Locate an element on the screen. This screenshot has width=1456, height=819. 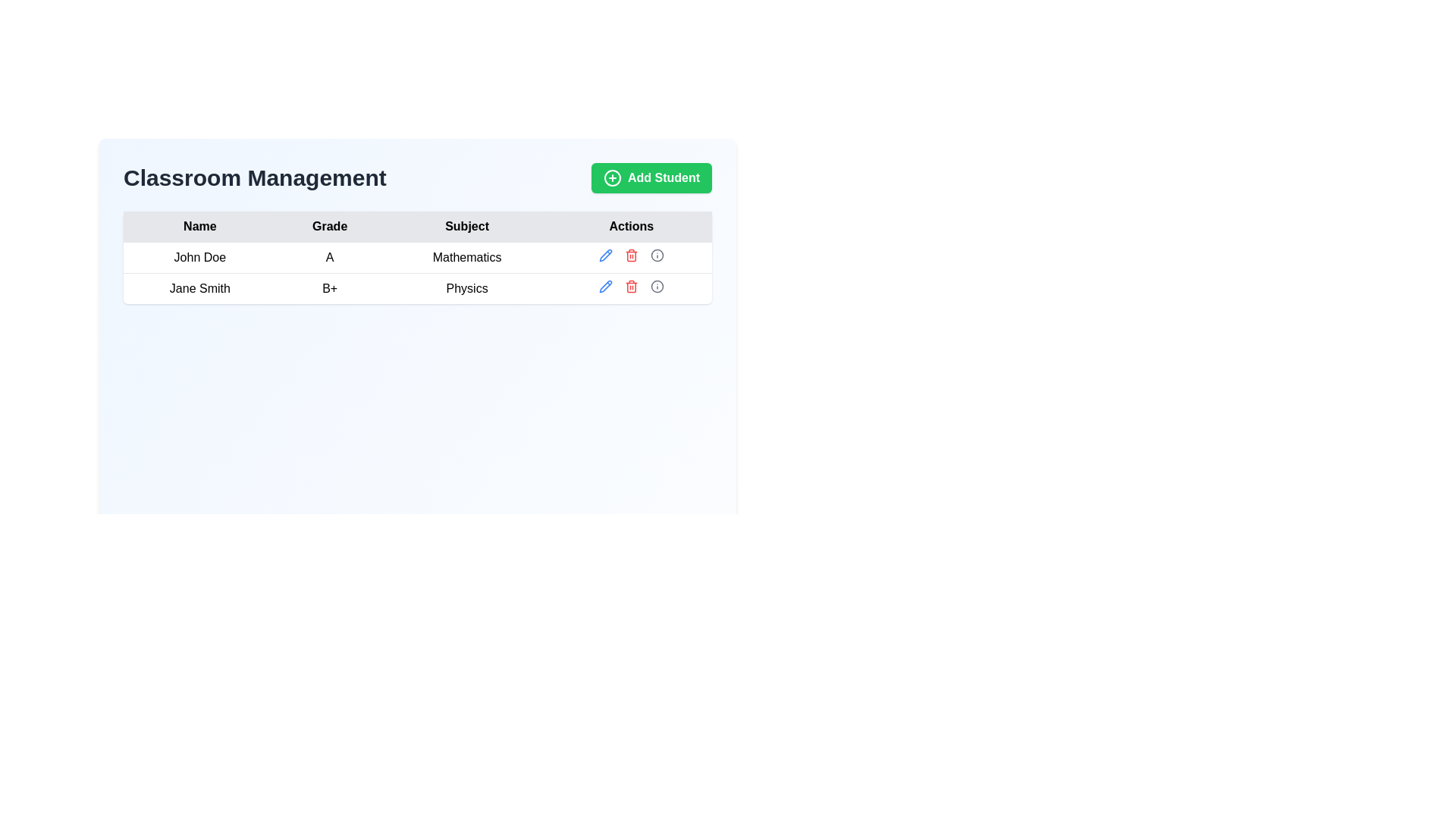
the information button located is located at coordinates (657, 254).